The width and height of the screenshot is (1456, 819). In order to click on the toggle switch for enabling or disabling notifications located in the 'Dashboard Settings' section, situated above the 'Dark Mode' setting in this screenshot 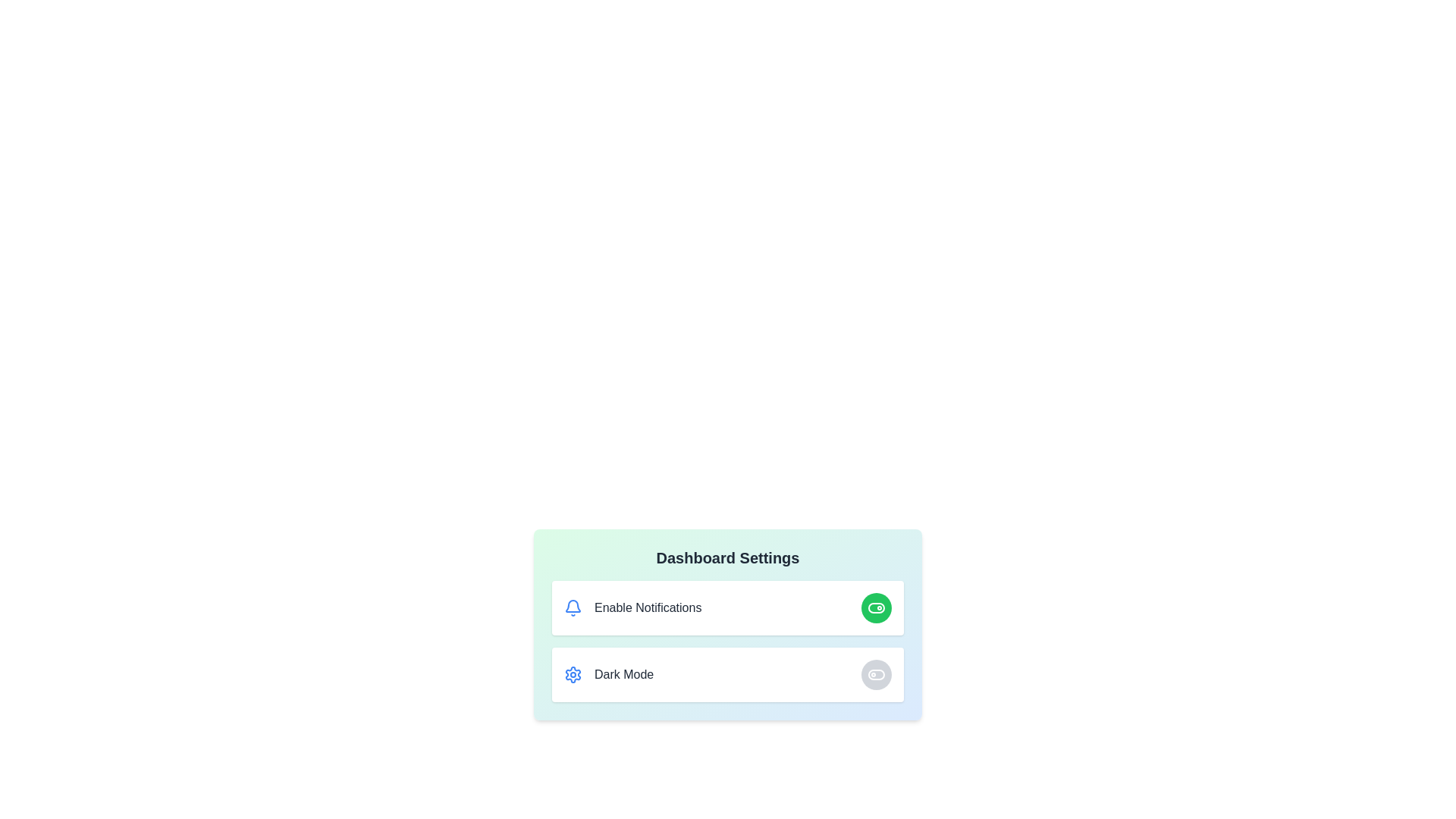, I will do `click(728, 607)`.